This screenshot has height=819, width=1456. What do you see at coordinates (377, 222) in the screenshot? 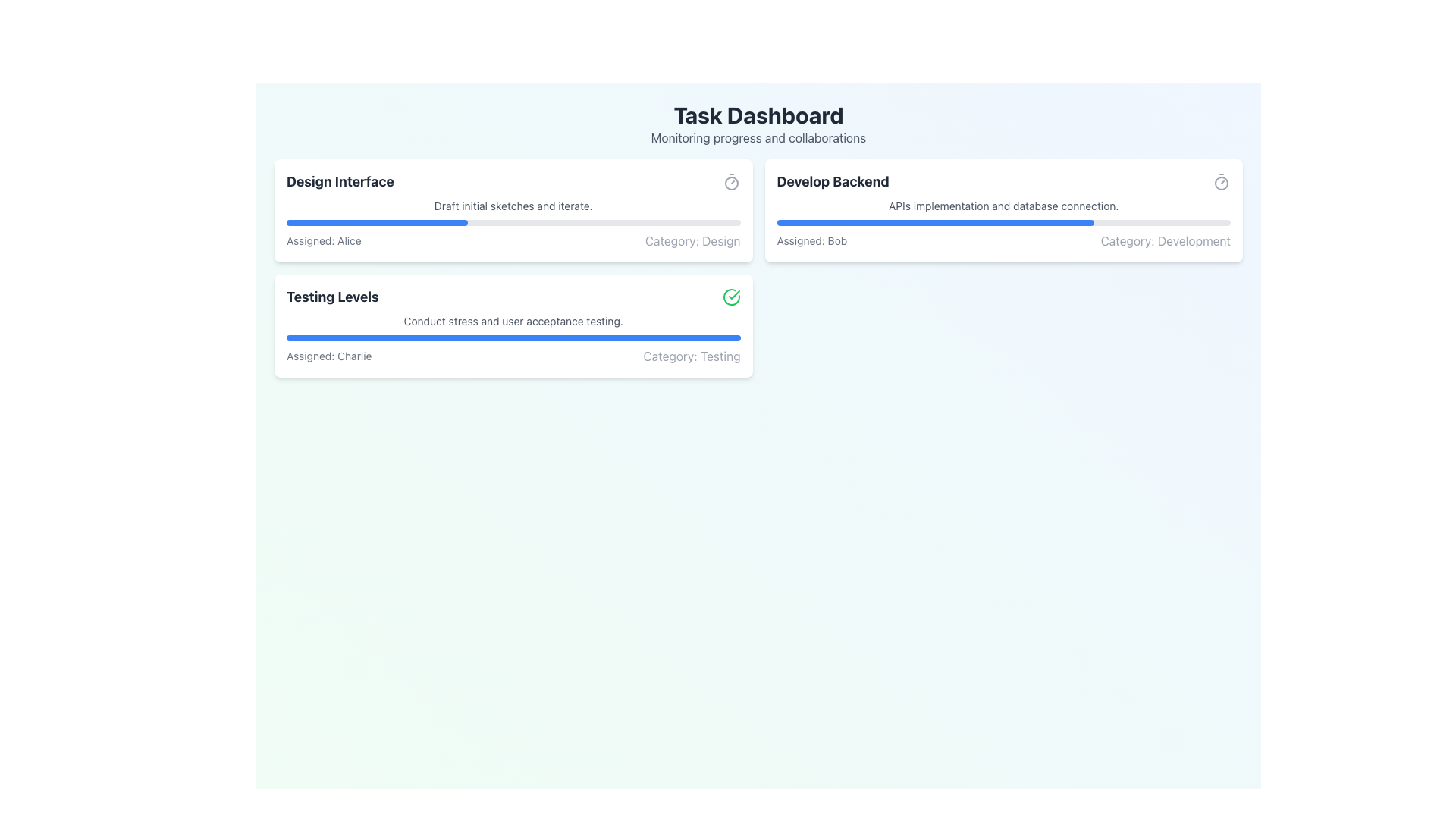
I see `the blue progress bar segment indicating progress for the 'Design Interface' task in the task dashboard` at bounding box center [377, 222].